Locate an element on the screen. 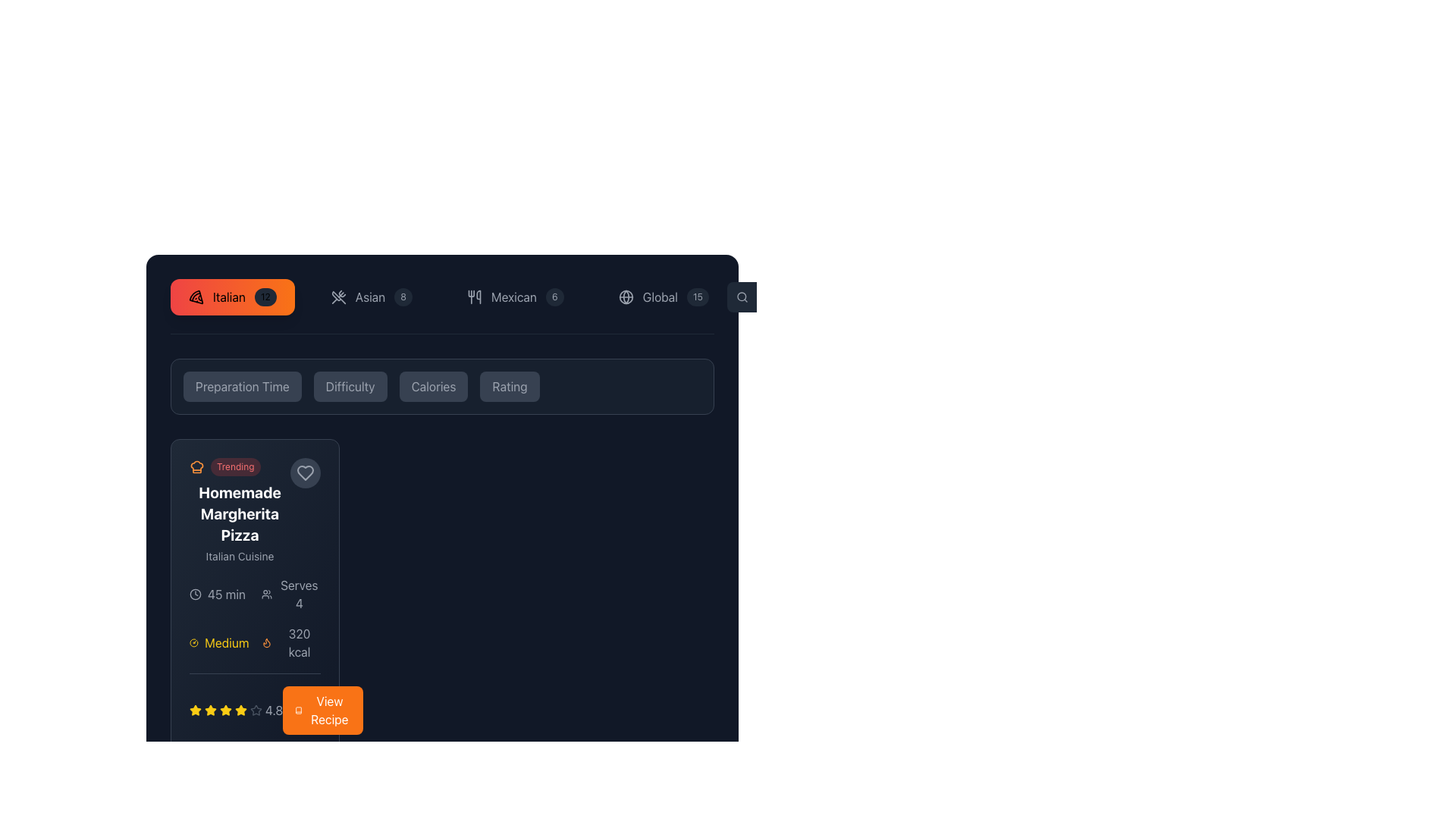 This screenshot has height=819, width=1456. preparation time displayed by the clock icon labeled '45 min' in muted gray color, located in the top-left quadrant of the recipe card layout is located at coordinates (218, 593).